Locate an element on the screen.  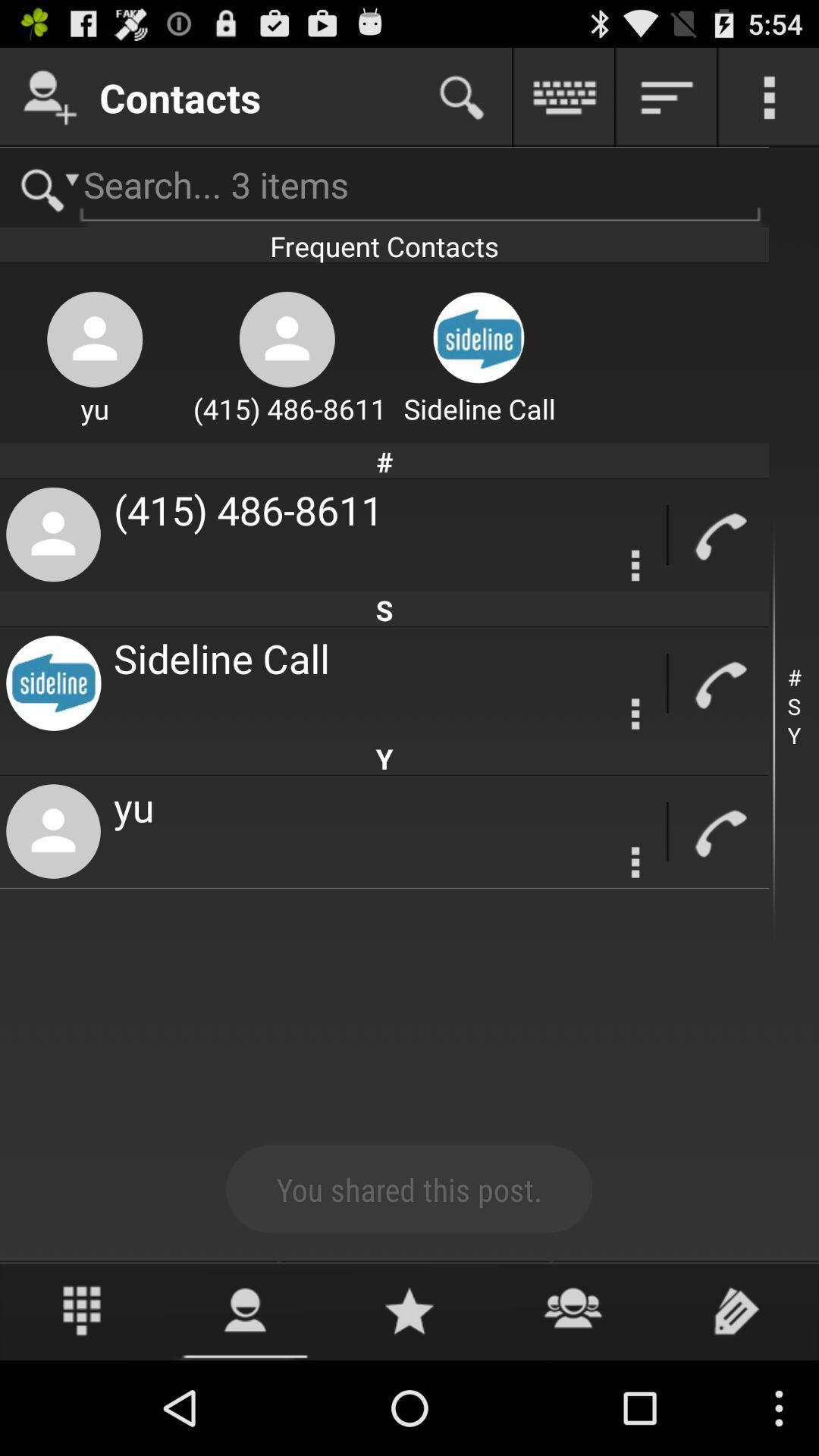
search contacts is located at coordinates (461, 96).